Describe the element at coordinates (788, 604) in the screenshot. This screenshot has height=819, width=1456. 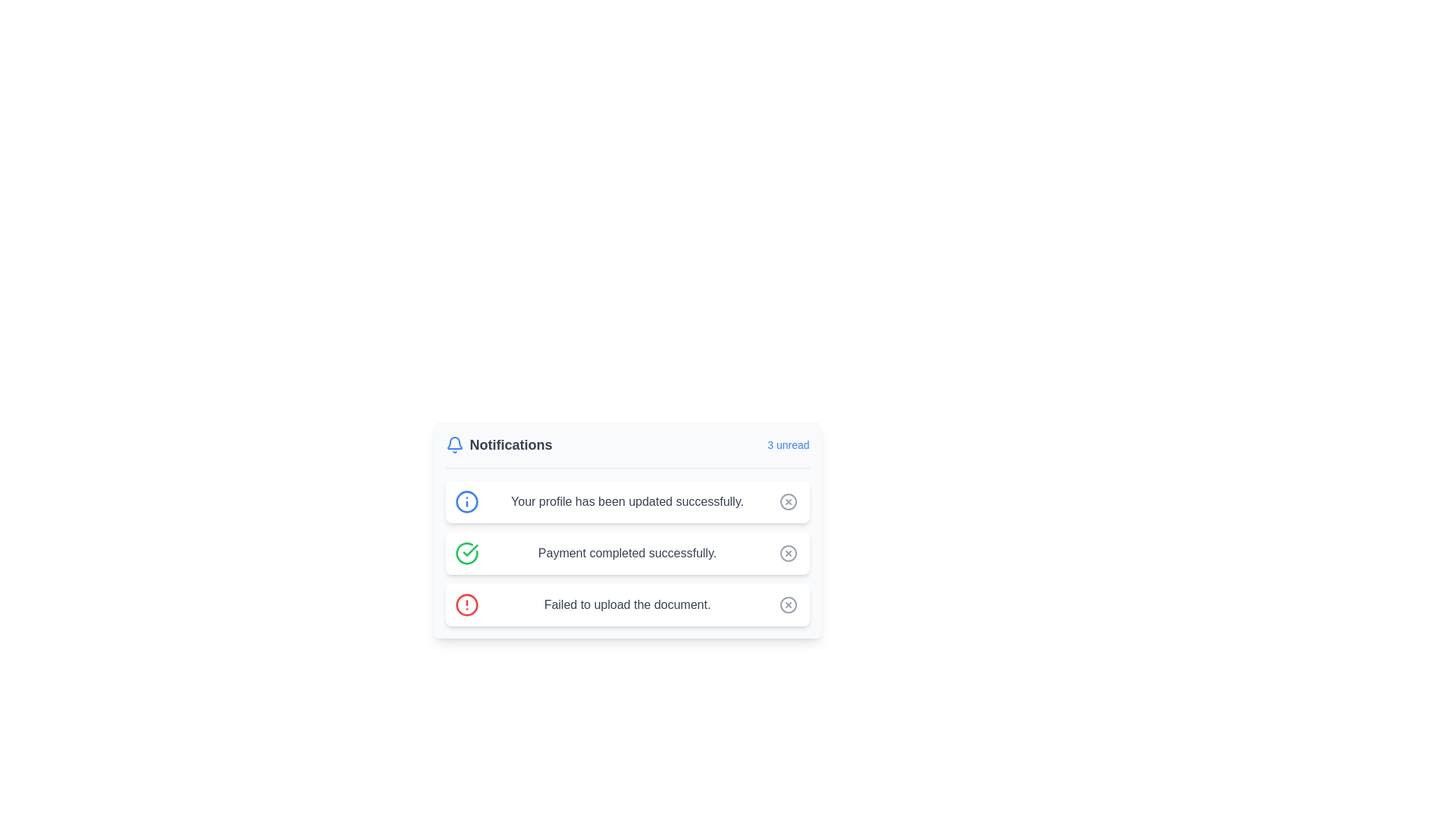
I see `the icon representing the action to remove or clear an item, which is a circle with an 'X' inside, located on the far right of the notification labeled 'Failed to upload the document.'` at that location.